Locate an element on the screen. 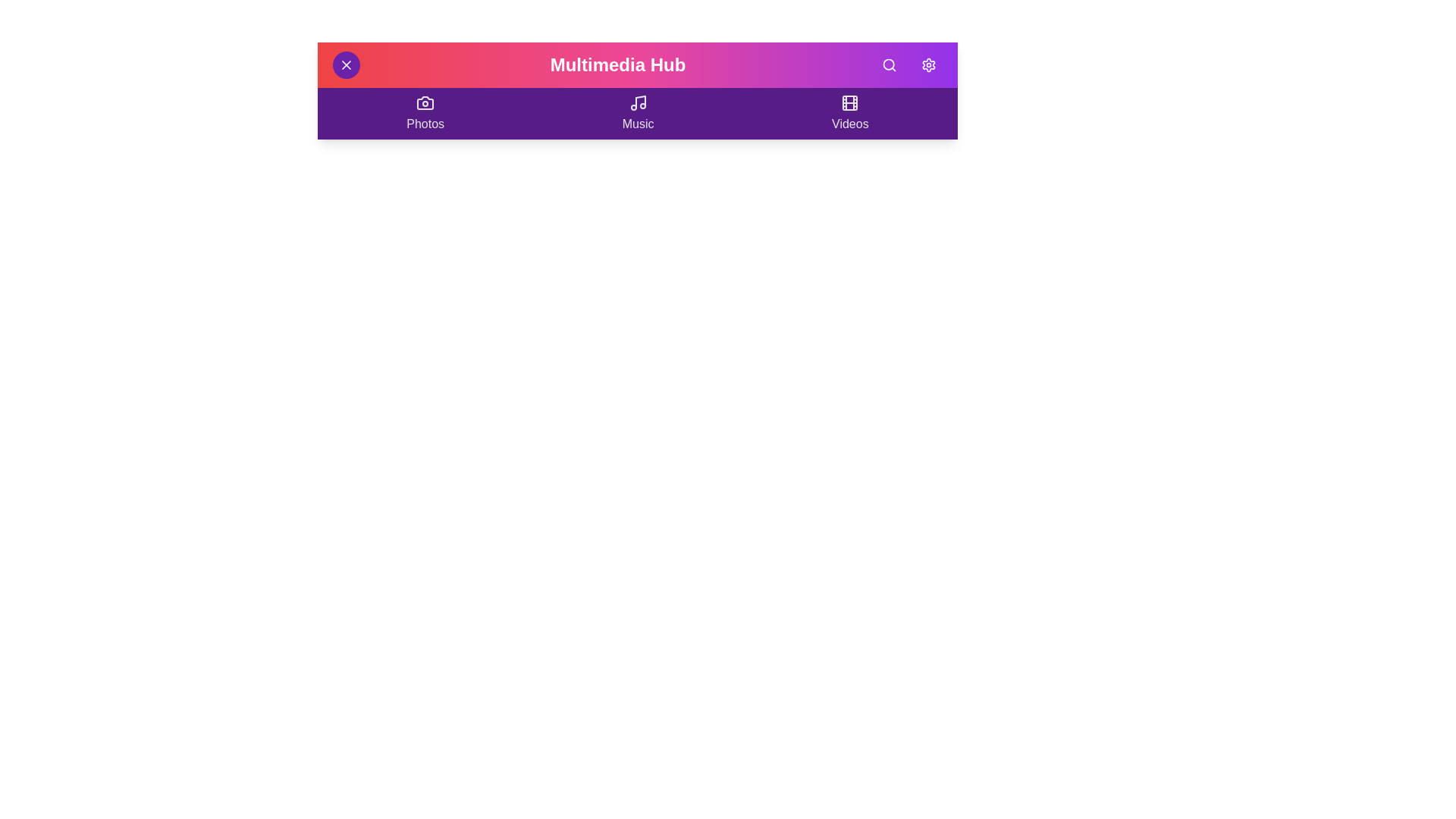  the settings button to access the settings menu is located at coordinates (927, 64).